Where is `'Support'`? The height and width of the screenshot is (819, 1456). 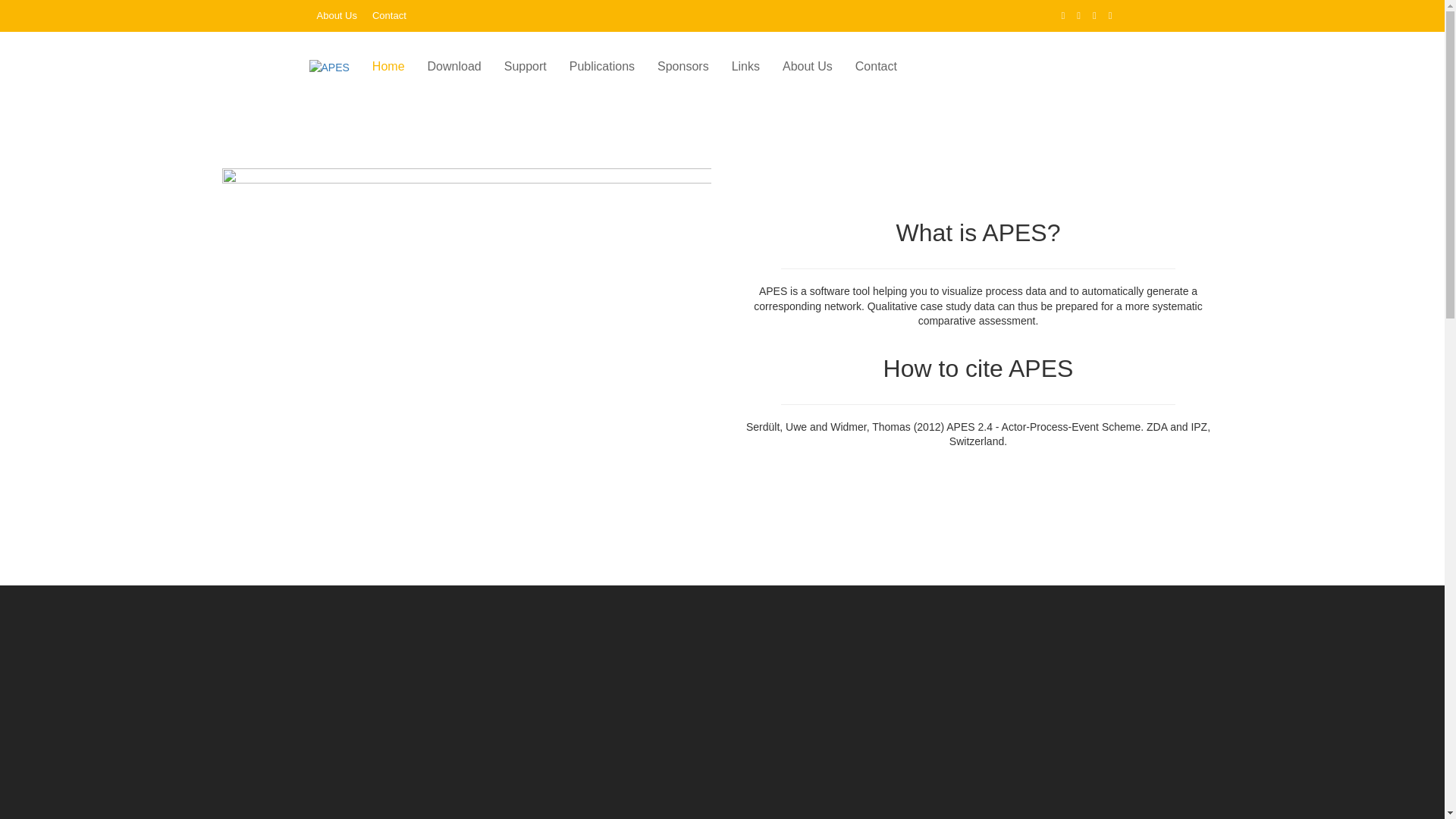 'Support' is located at coordinates (525, 66).